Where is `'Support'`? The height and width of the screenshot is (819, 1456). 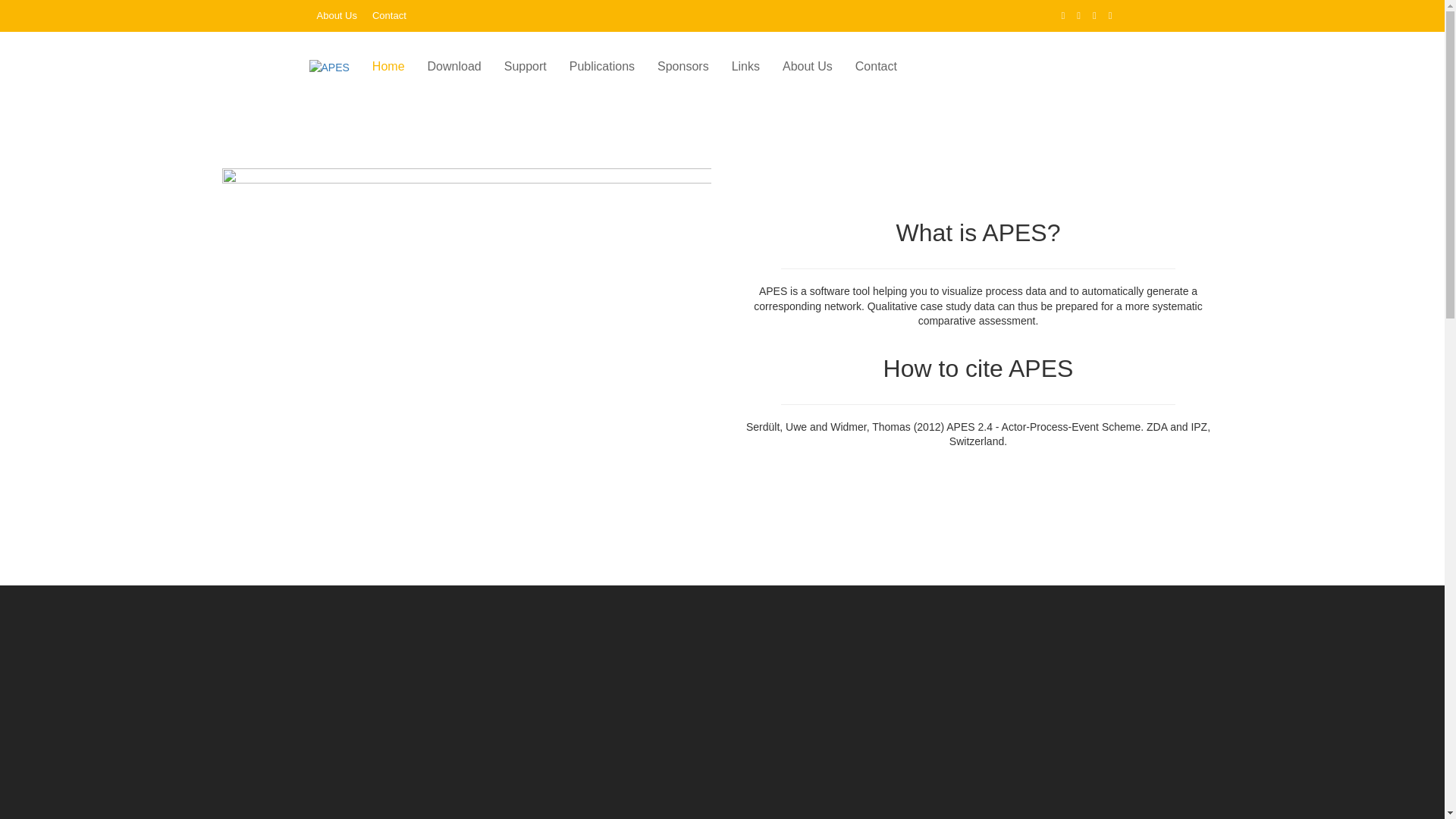 'Support' is located at coordinates (525, 66).